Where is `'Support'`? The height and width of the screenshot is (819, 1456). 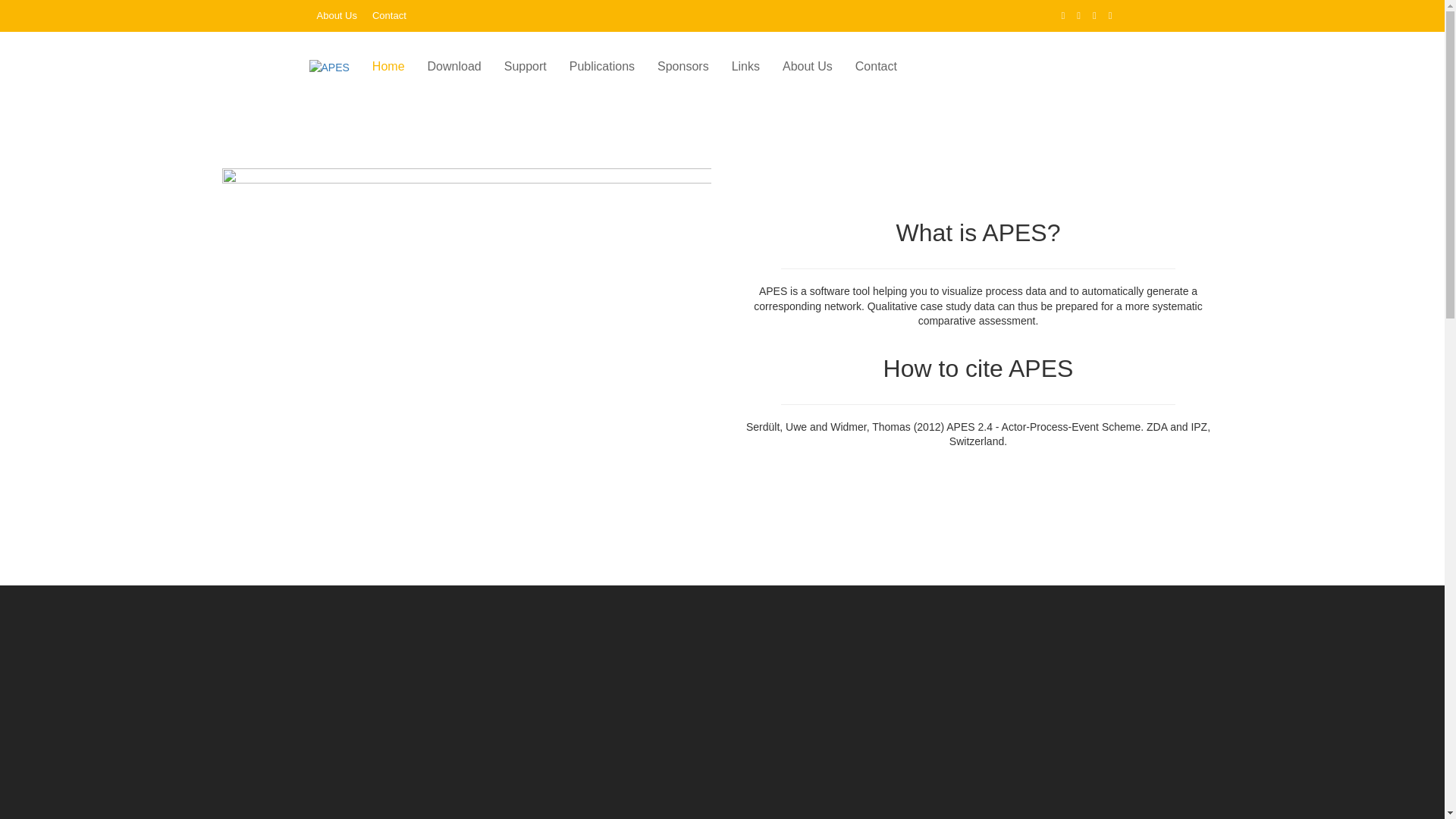 'Support' is located at coordinates (525, 66).